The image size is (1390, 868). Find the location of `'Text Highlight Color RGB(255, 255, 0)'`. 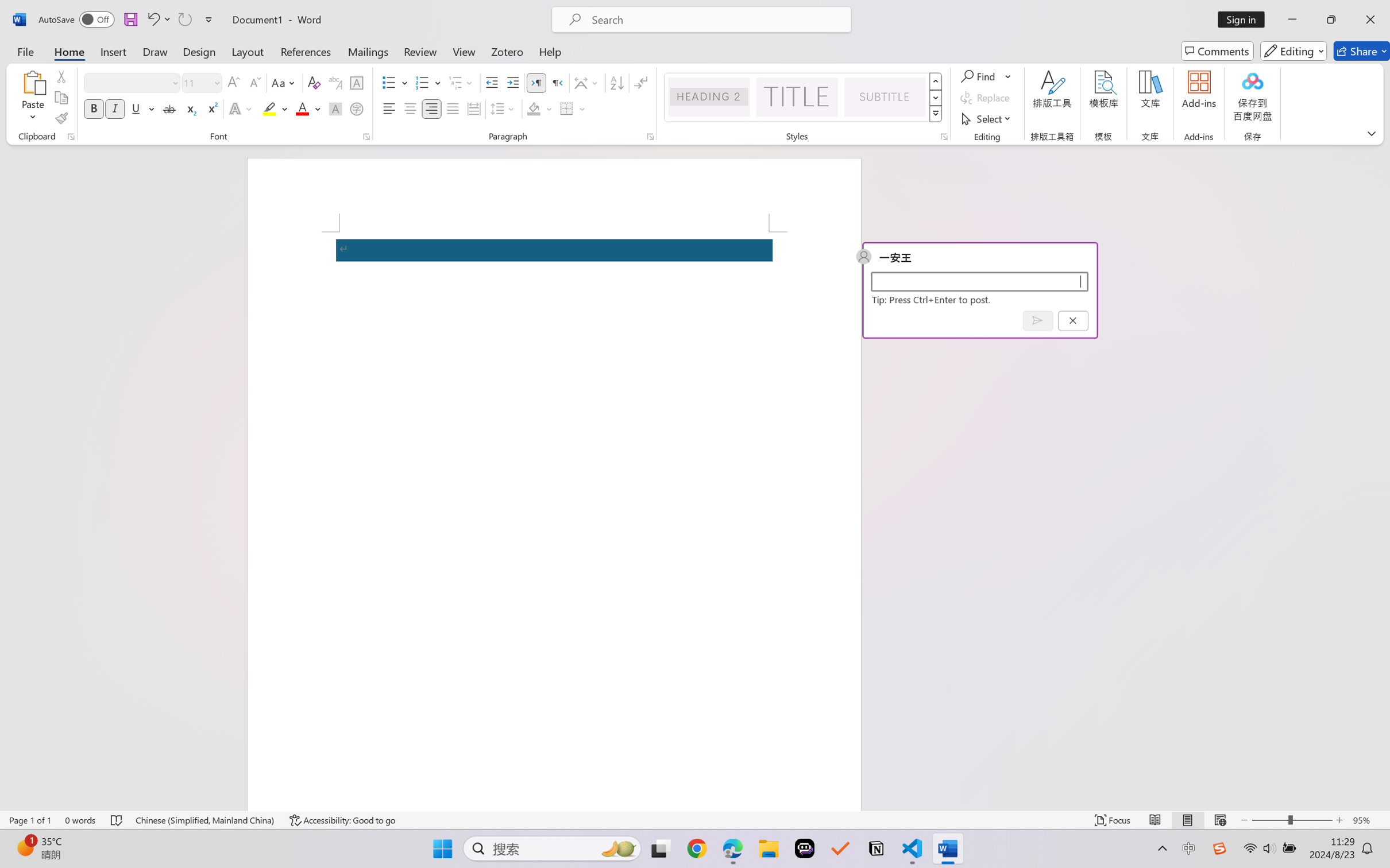

'Text Highlight Color RGB(255, 255, 0)' is located at coordinates (269, 108).